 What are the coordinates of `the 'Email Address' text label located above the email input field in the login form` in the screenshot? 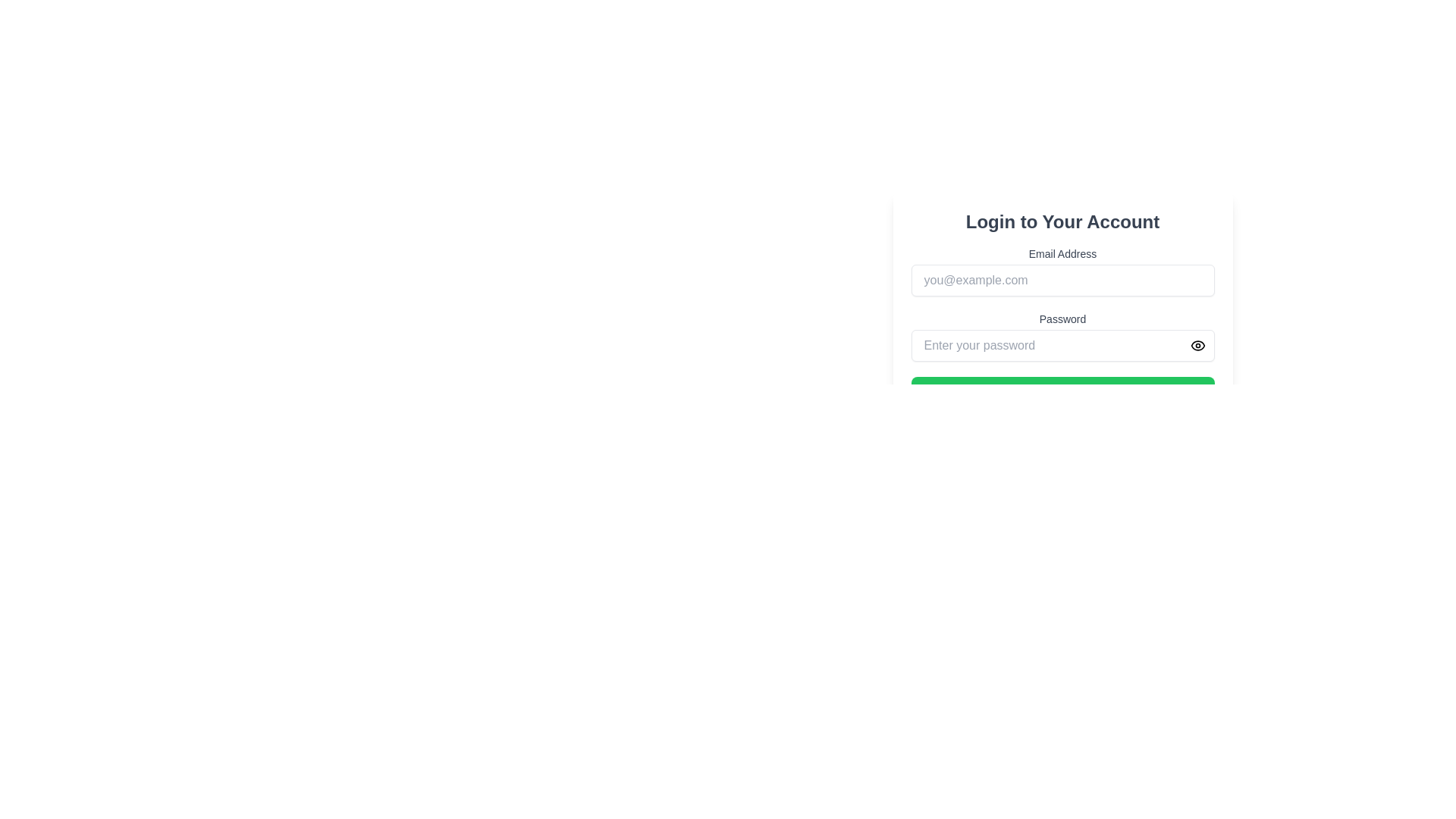 It's located at (1062, 253).